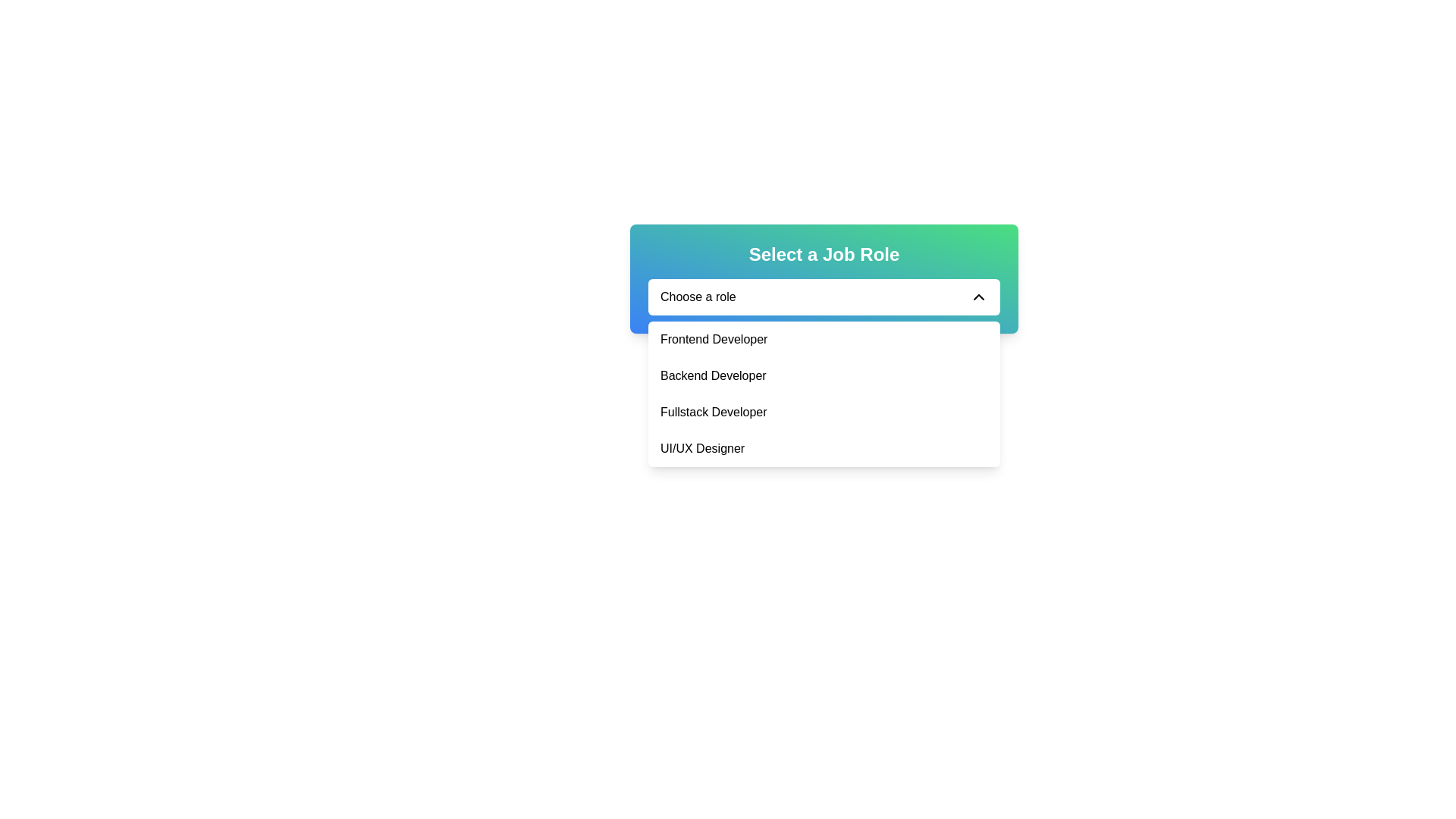 The image size is (1456, 819). Describe the element at coordinates (823, 394) in the screenshot. I see `the 'Fullstack Developer' option in the dropdown menu titled 'Choose a role'` at that location.